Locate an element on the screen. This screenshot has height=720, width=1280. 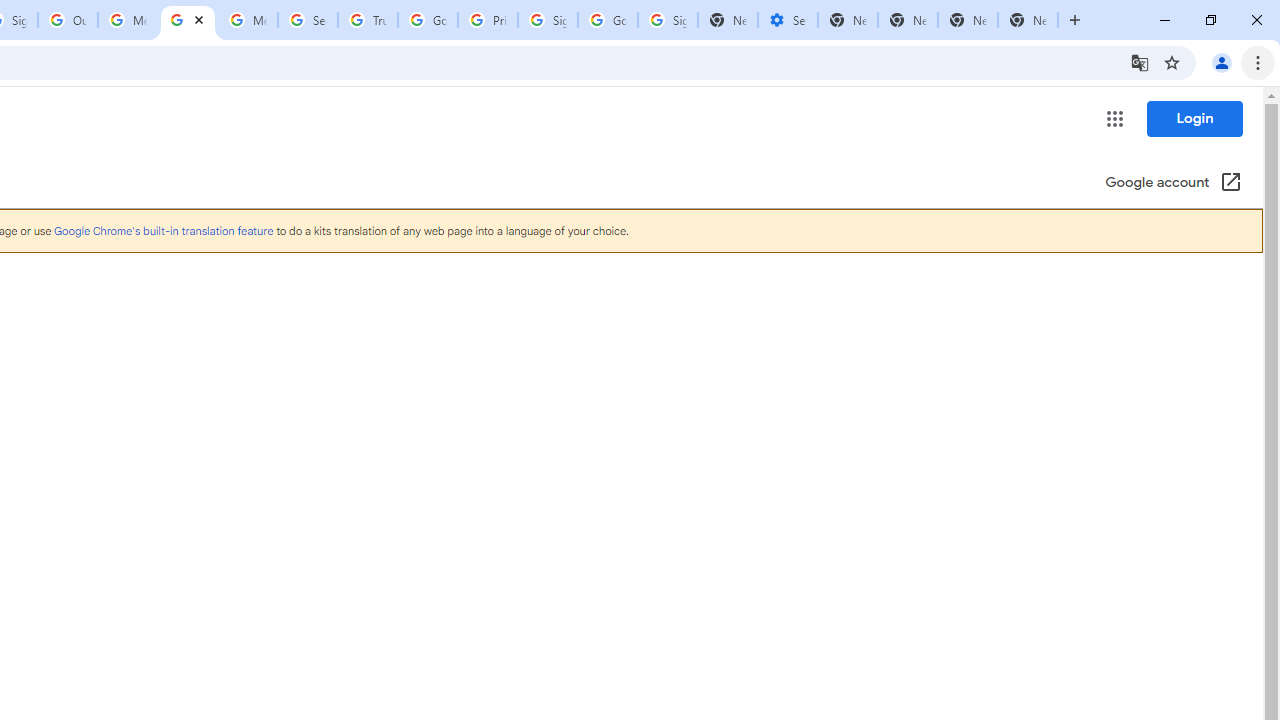
'Login' is located at coordinates (1194, 118).